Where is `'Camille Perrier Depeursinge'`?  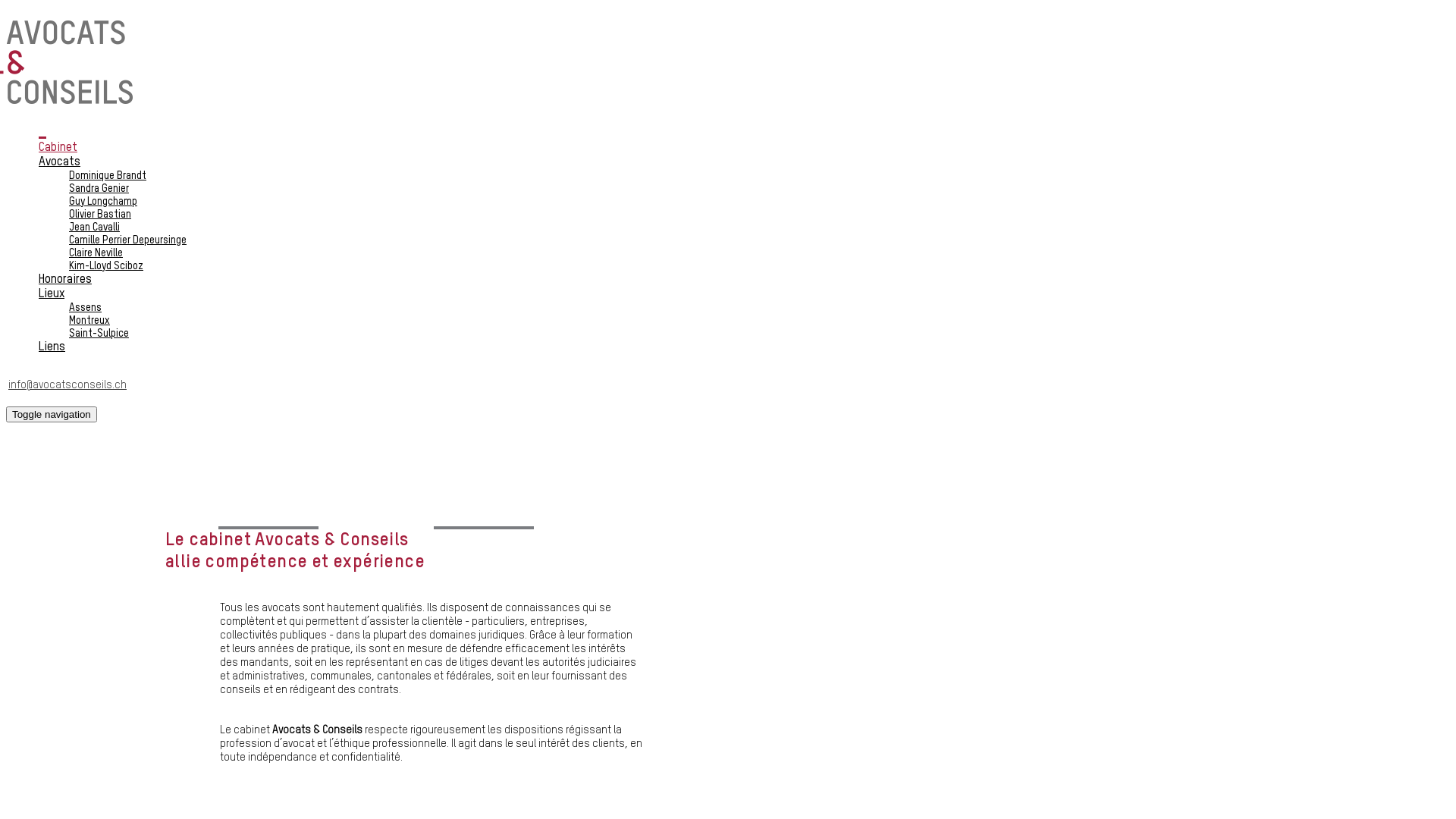 'Camille Perrier Depeursinge' is located at coordinates (127, 239).